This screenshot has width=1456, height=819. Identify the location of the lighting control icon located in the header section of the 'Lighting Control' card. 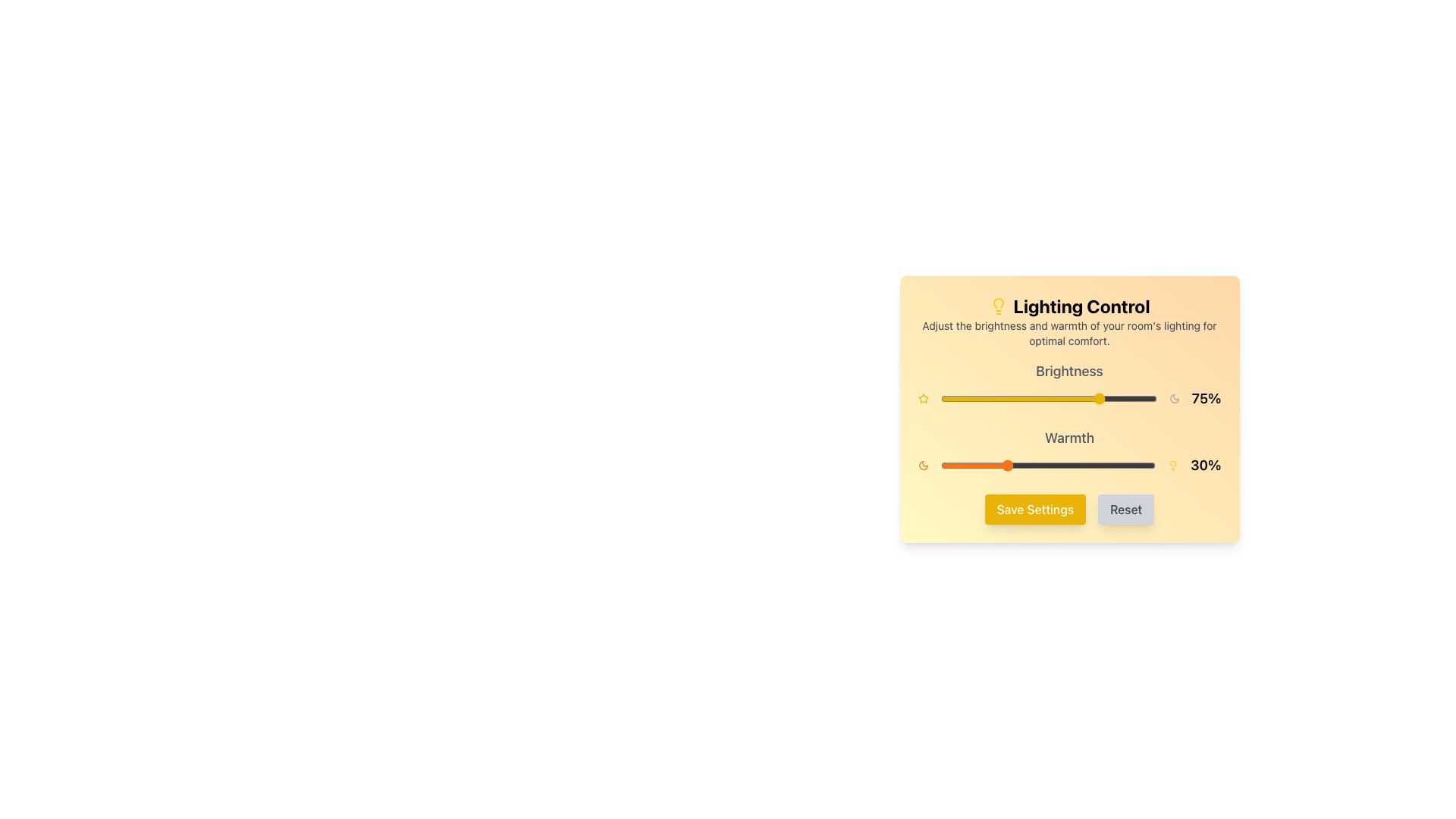
(998, 306).